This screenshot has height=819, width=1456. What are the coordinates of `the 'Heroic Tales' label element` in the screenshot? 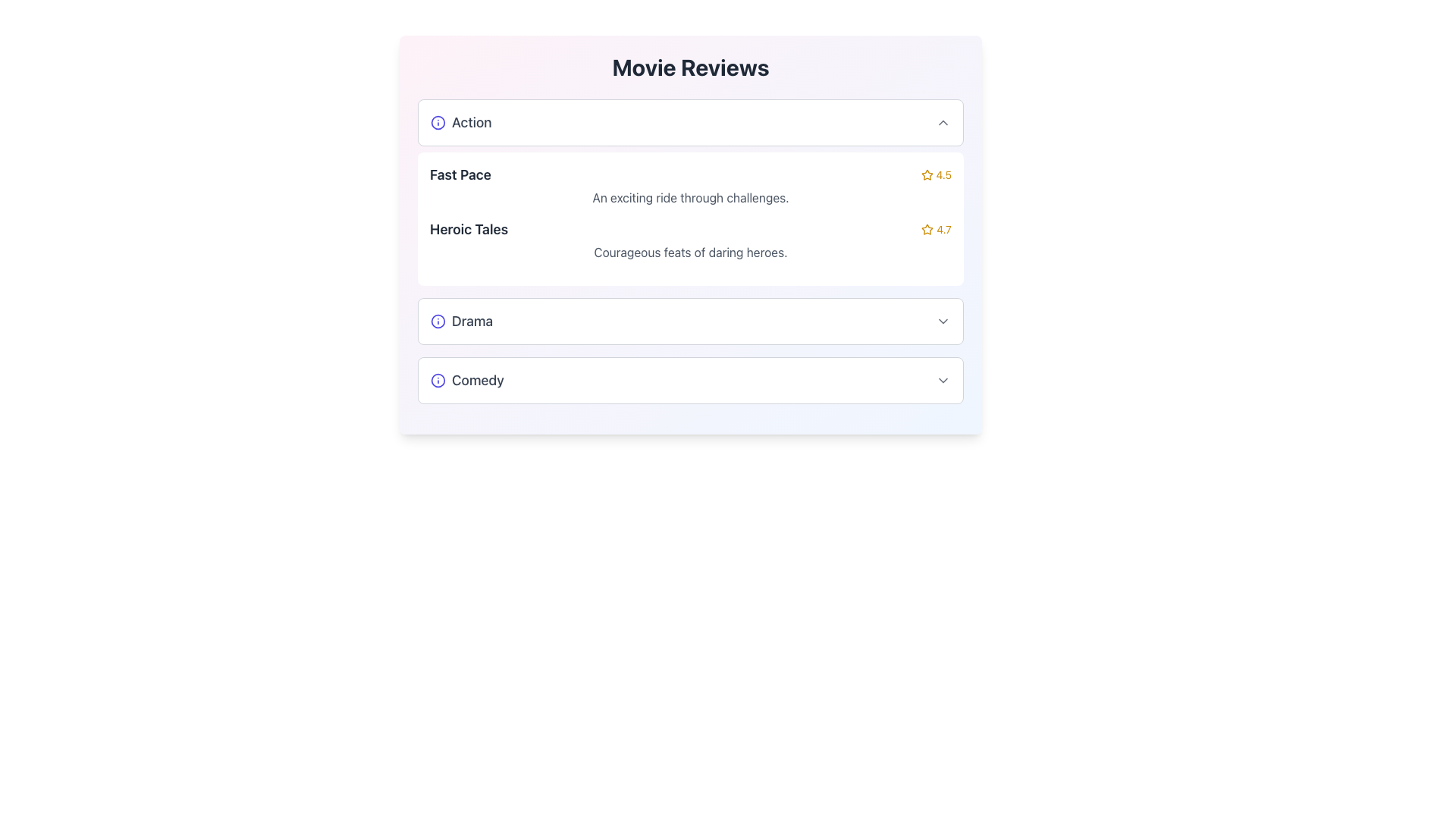 It's located at (690, 230).